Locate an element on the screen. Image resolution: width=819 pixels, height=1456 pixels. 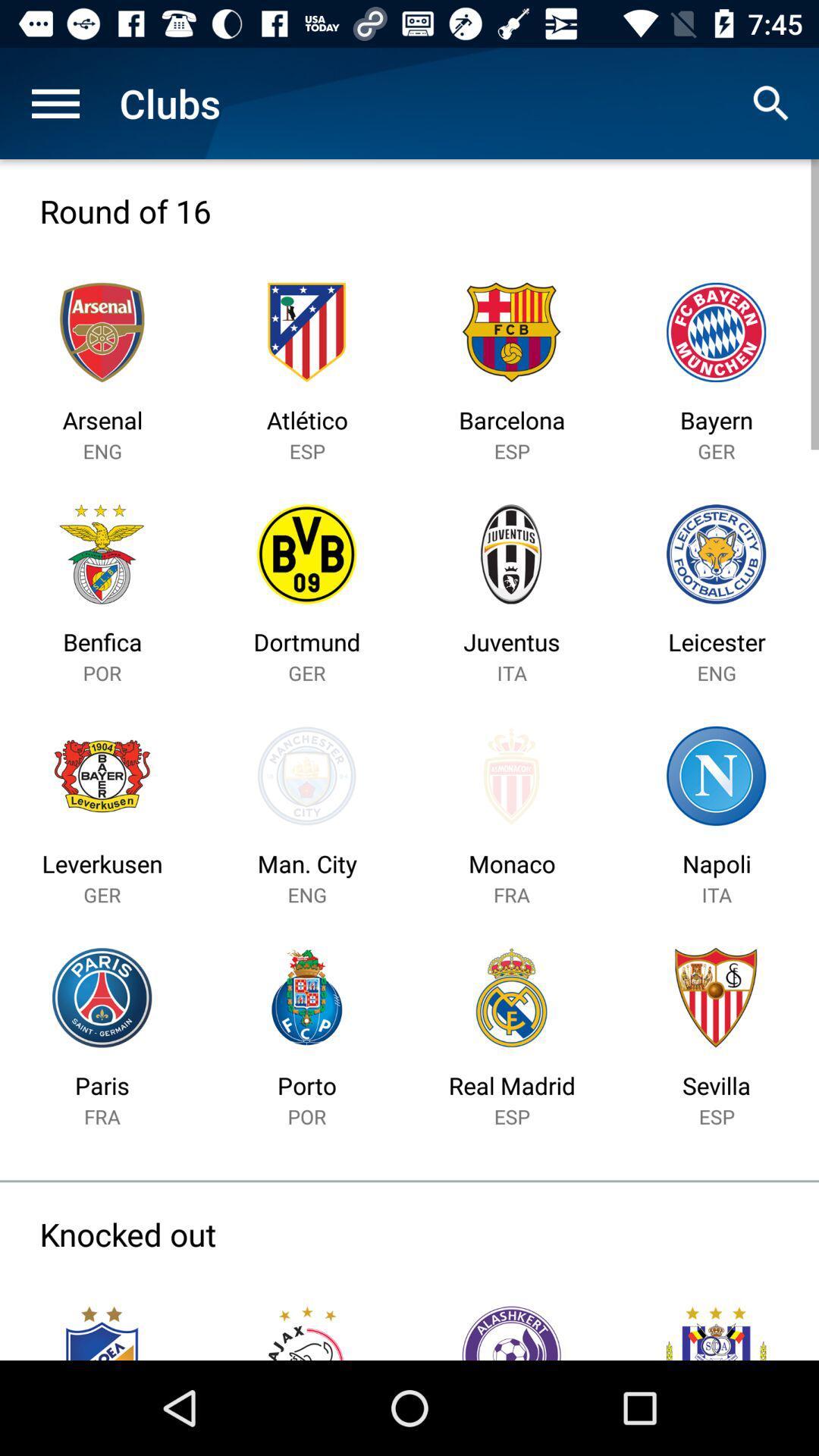
more sections is located at coordinates (55, 102).